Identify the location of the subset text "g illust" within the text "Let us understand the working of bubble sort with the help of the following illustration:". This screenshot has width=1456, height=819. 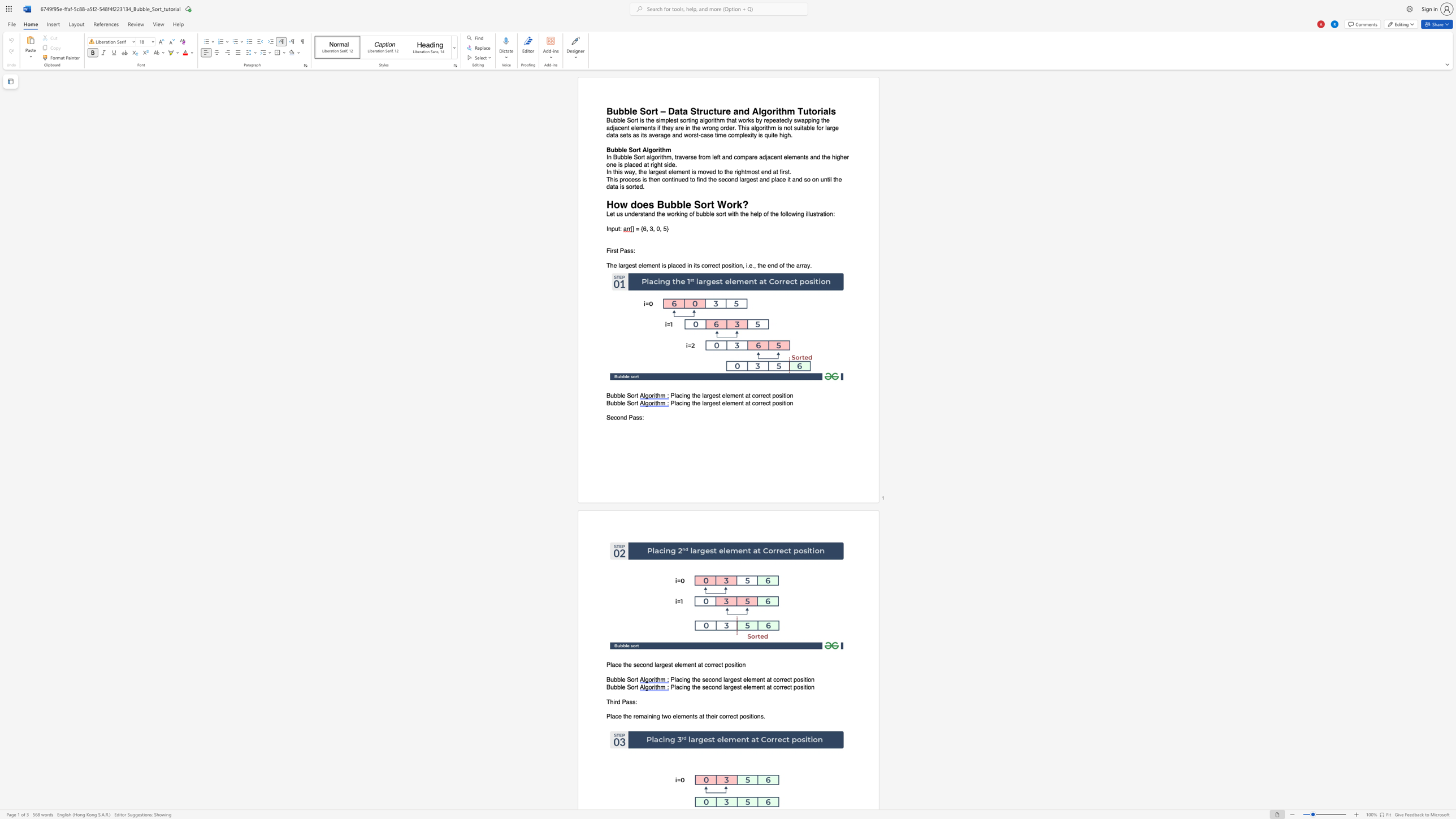
(800, 214).